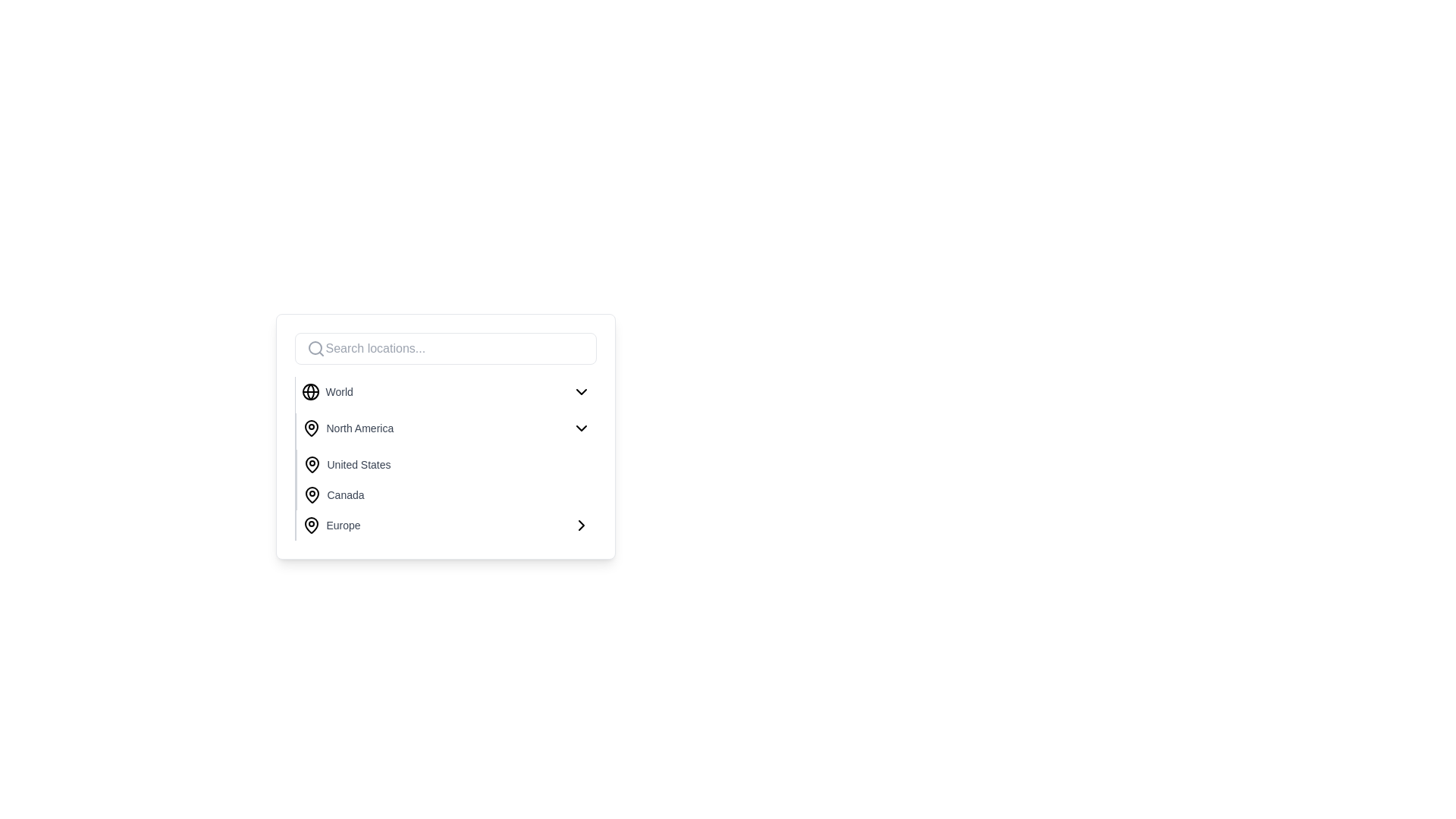 The height and width of the screenshot is (819, 1456). What do you see at coordinates (445, 475) in the screenshot?
I see `the dropdown menu section titled 'World'` at bounding box center [445, 475].